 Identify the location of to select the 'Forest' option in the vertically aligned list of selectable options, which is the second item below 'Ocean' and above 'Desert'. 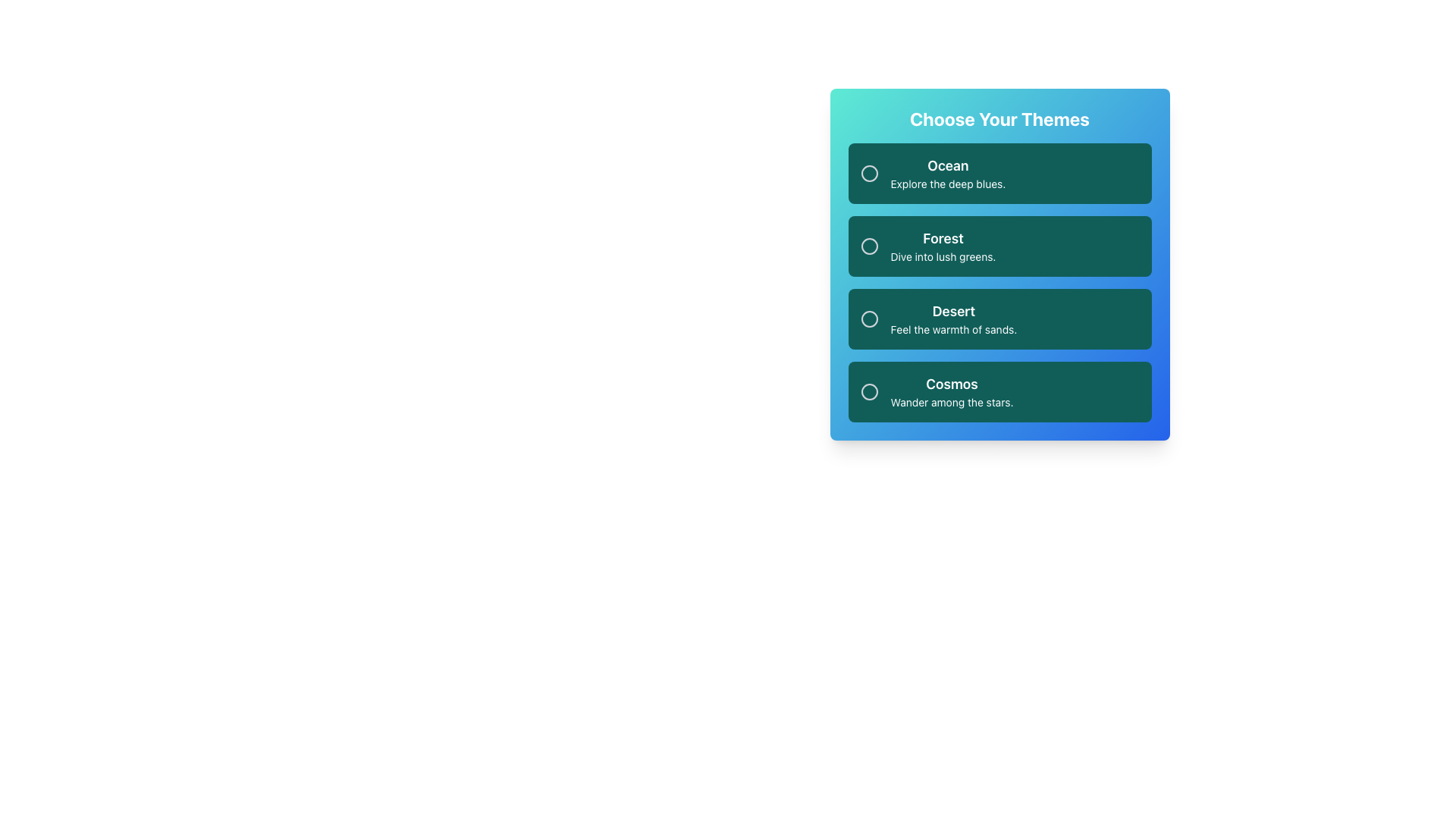
(999, 245).